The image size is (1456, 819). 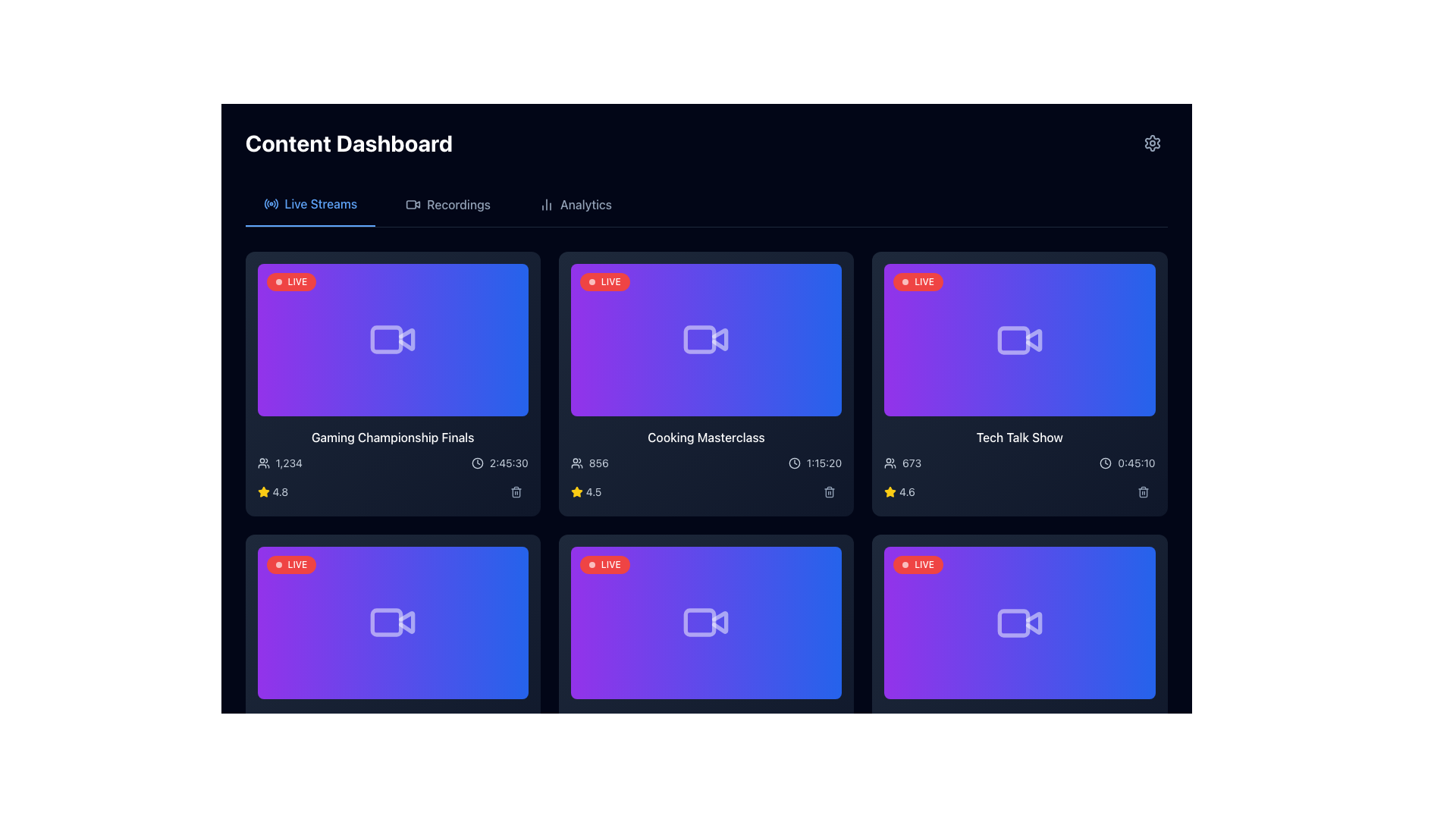 What do you see at coordinates (705, 205) in the screenshot?
I see `the 'Navigation Tab Group'` at bounding box center [705, 205].